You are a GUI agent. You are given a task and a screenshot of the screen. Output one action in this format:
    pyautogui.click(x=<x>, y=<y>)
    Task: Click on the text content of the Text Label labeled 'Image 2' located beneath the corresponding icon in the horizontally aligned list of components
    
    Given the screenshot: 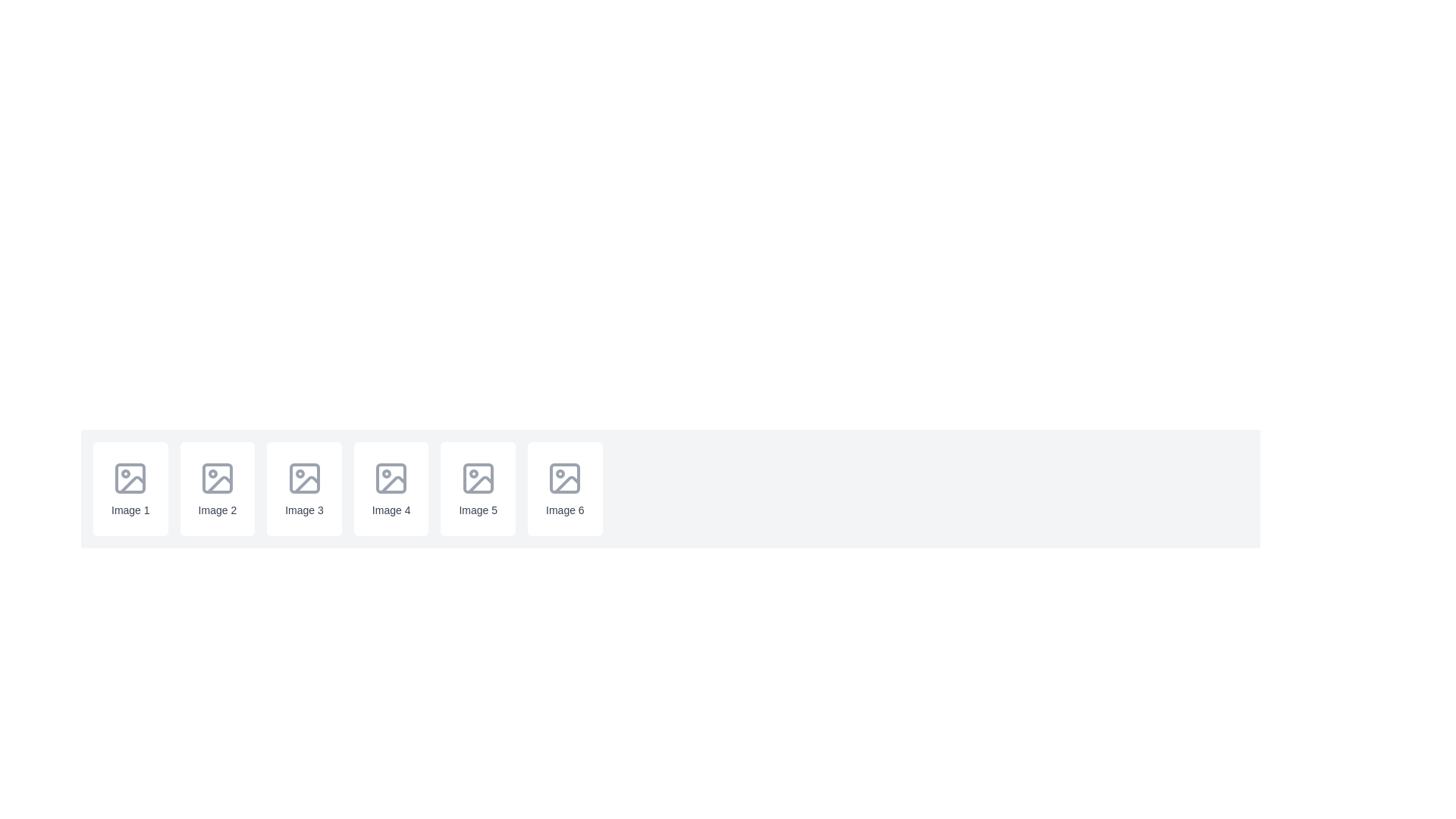 What is the action you would take?
    pyautogui.click(x=216, y=510)
    